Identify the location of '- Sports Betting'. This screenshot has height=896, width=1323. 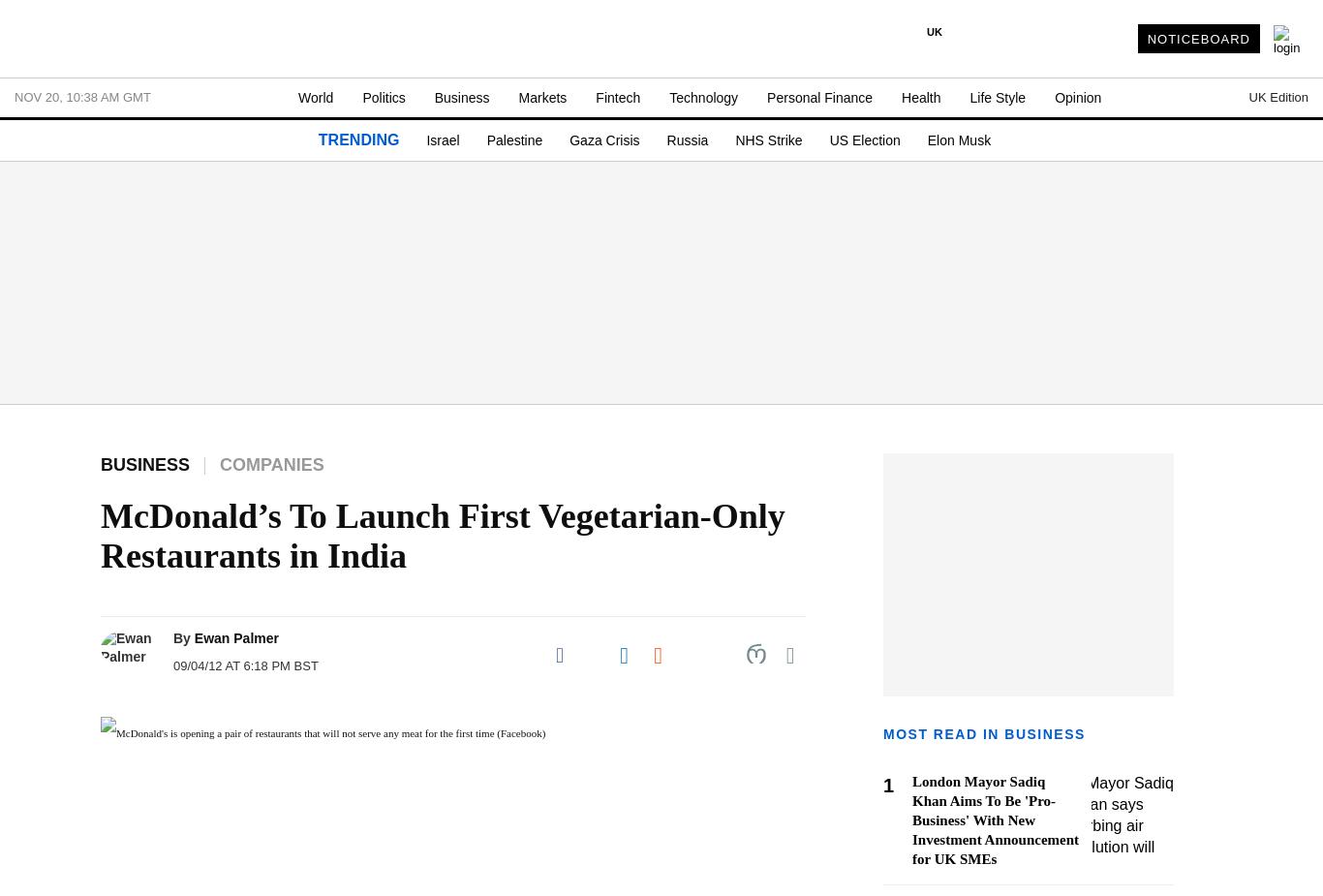
(60, 811).